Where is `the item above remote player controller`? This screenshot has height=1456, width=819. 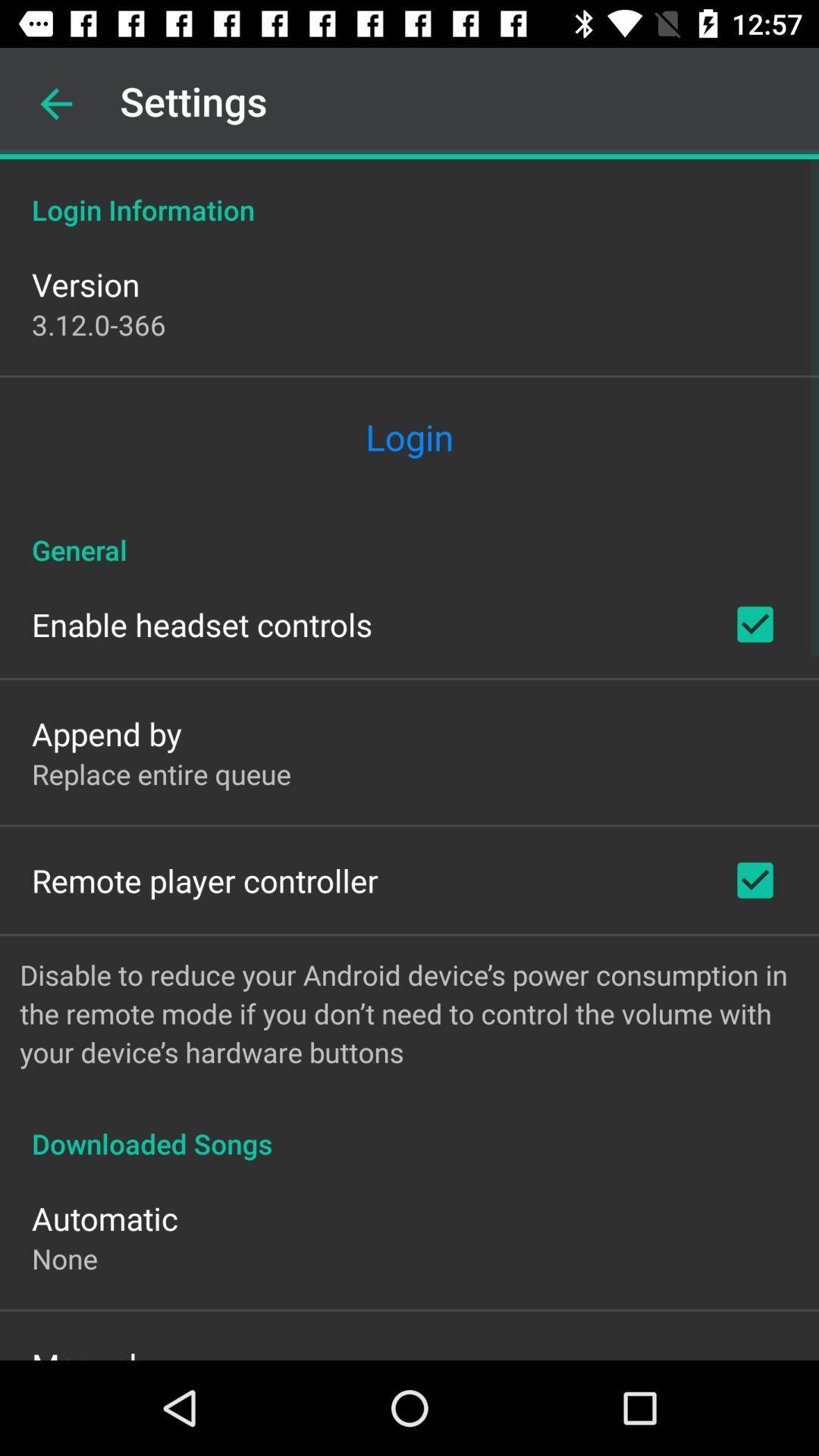
the item above remote player controller is located at coordinates (161, 773).